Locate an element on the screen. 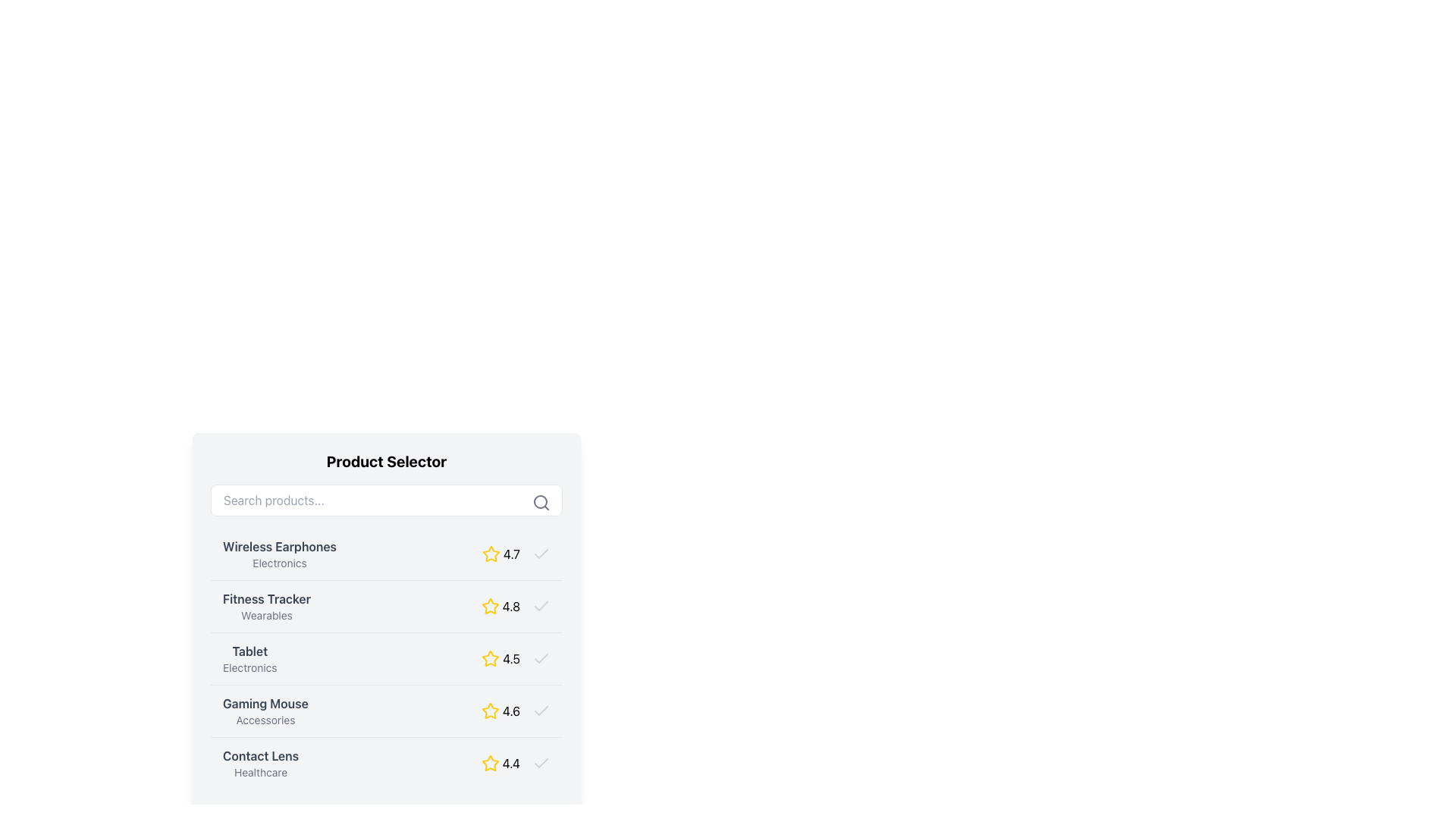  the 'Gaming Mouse' label, which provides information about a product under the 'Accessories' category is located at coordinates (265, 711).